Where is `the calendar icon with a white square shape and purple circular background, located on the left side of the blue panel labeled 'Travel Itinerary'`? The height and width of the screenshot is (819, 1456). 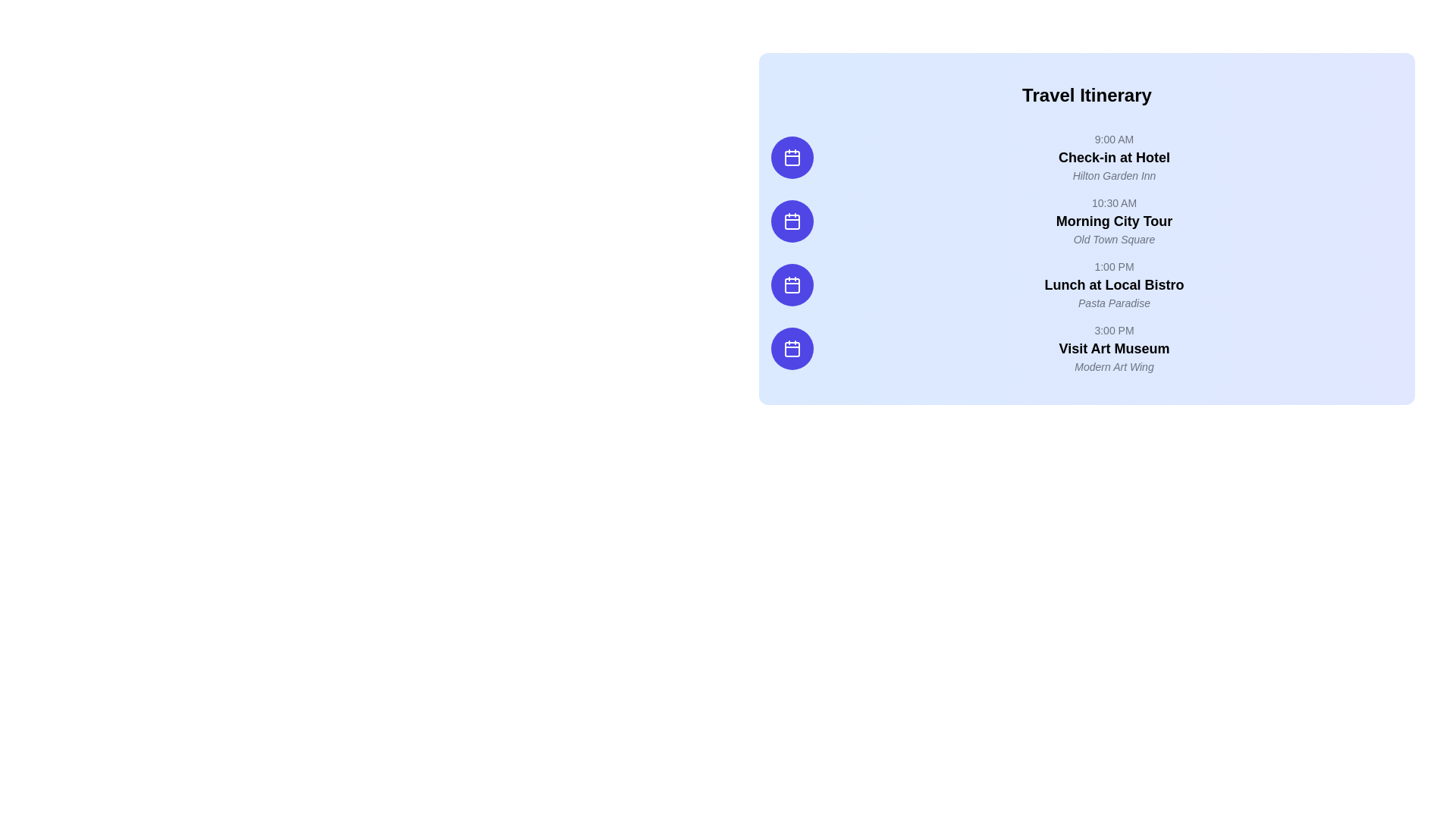 the calendar icon with a white square shape and purple circular background, located on the left side of the blue panel labeled 'Travel Itinerary' is located at coordinates (792, 158).